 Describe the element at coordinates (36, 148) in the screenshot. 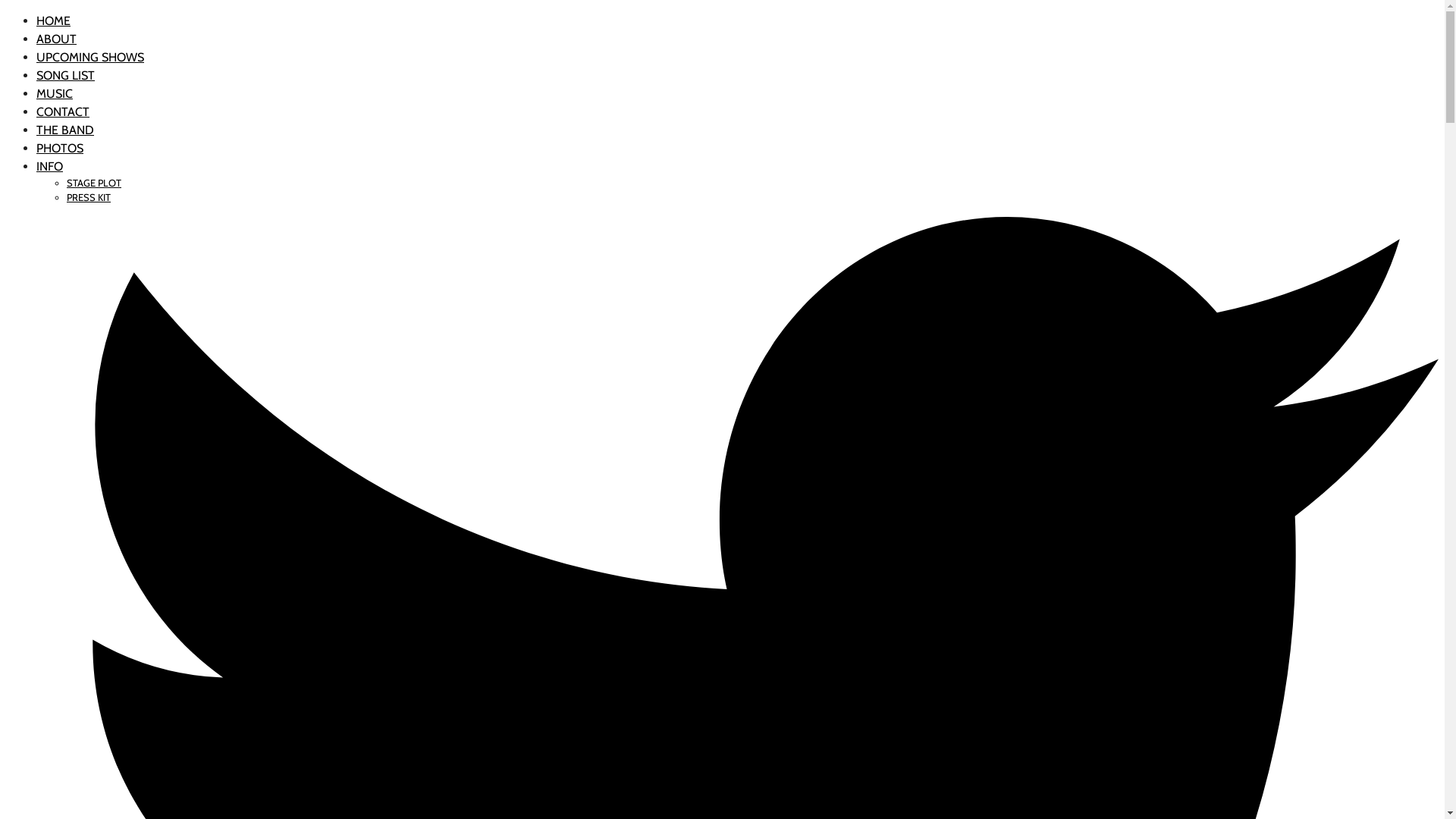

I see `'PHOTOS'` at that location.